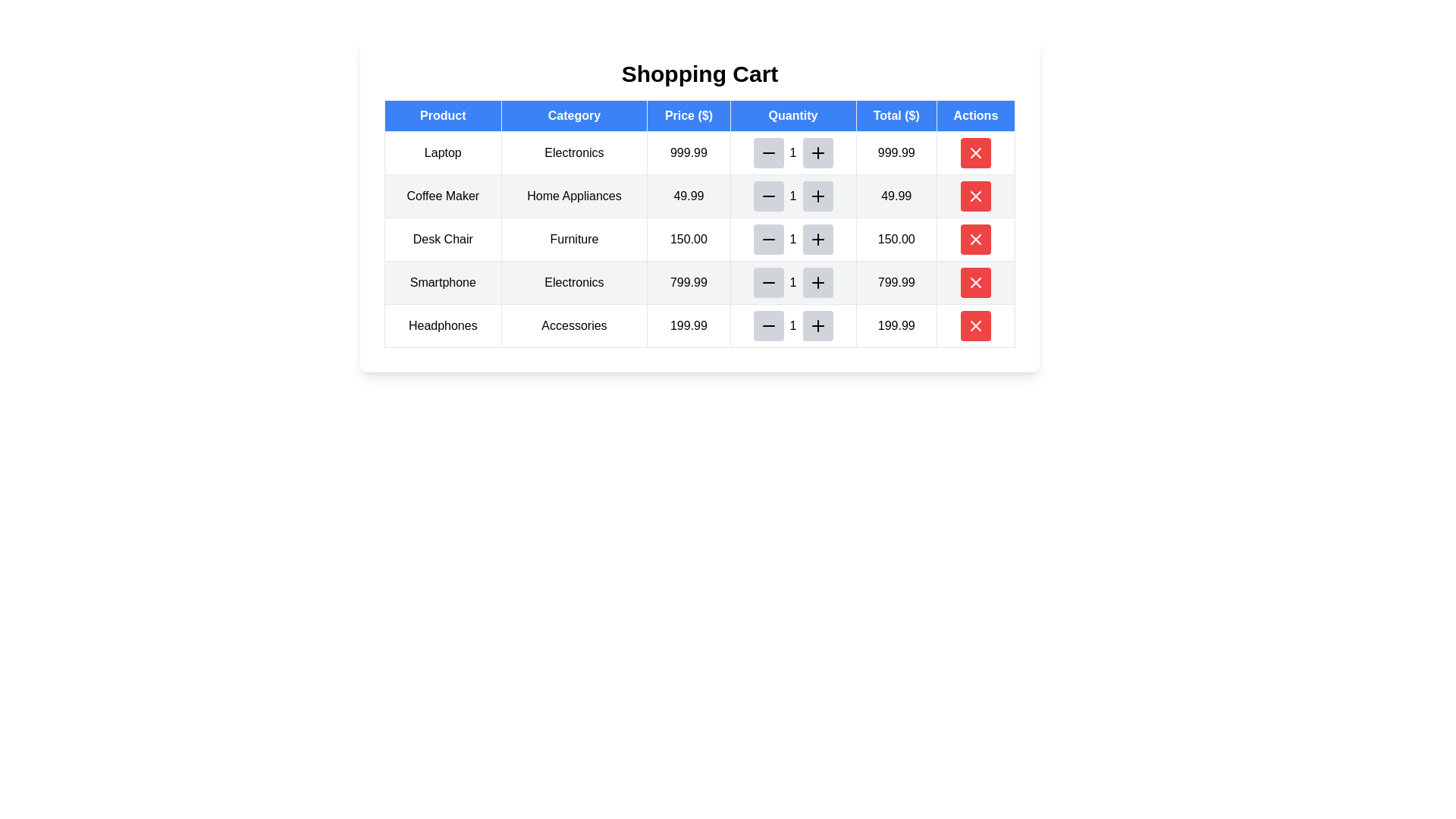 Image resolution: width=1456 pixels, height=819 pixels. I want to click on the text label displaying the number '1' in the shopping cart interface, located under the 'Quantity' column for the 'Laptop' item, so click(792, 152).